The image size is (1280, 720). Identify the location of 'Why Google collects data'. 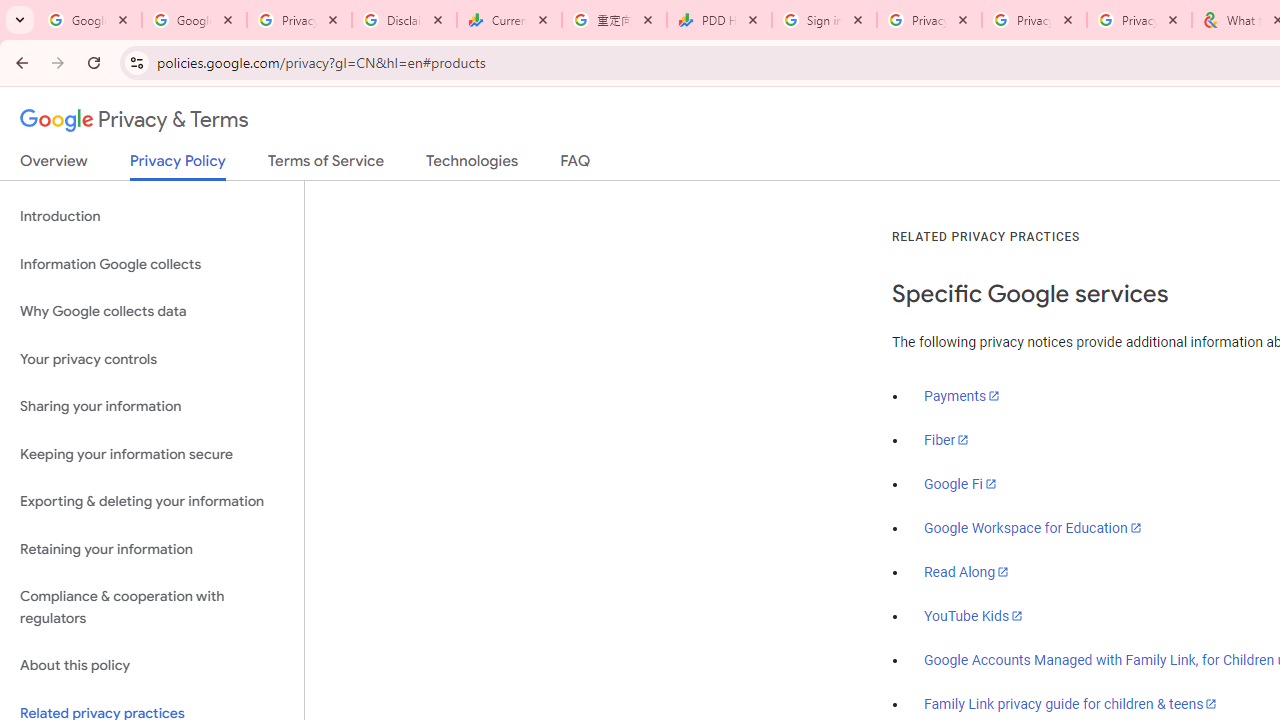
(151, 312).